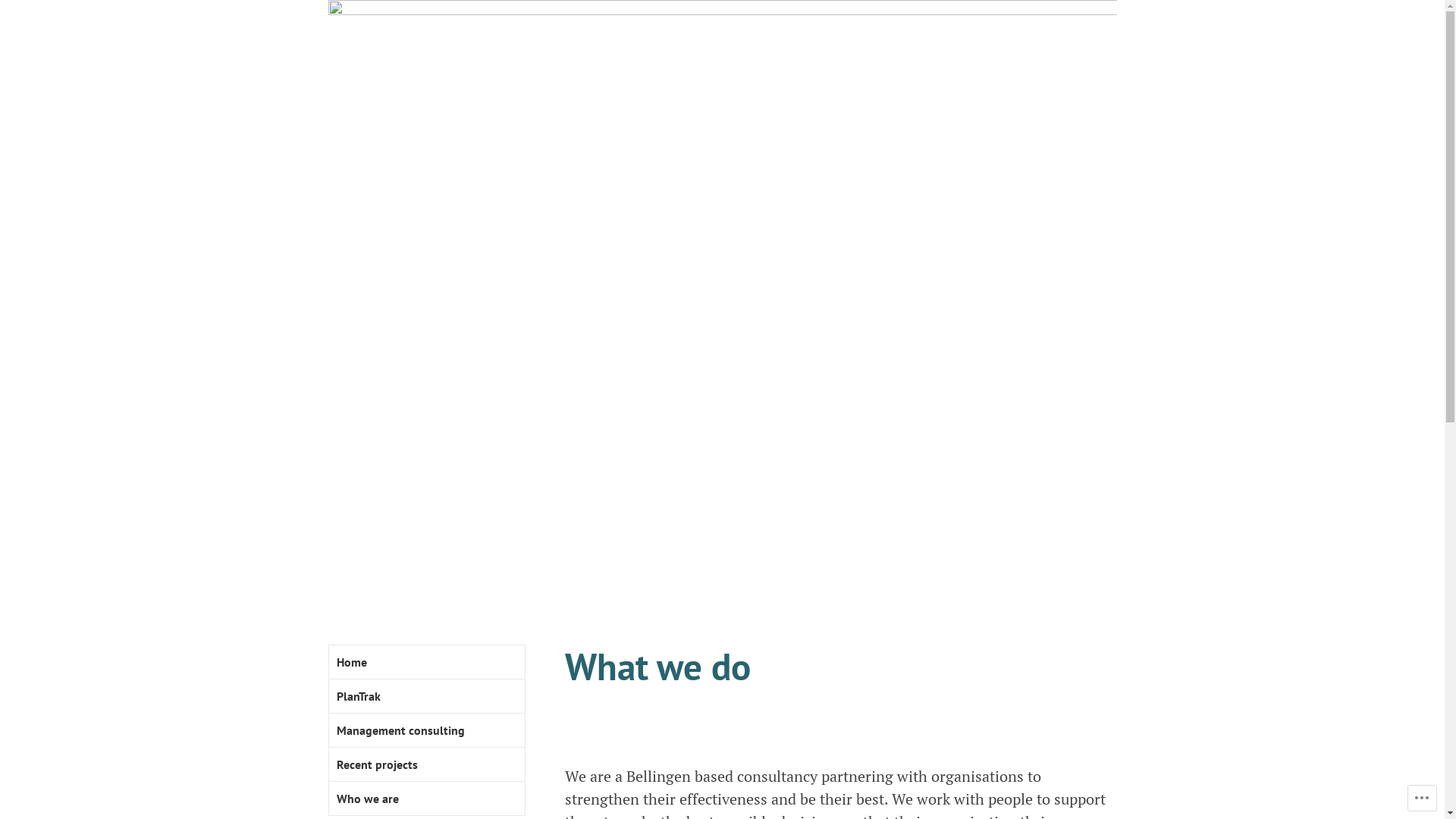 Image resolution: width=1456 pixels, height=819 pixels. What do you see at coordinates (425, 661) in the screenshot?
I see `'Home'` at bounding box center [425, 661].